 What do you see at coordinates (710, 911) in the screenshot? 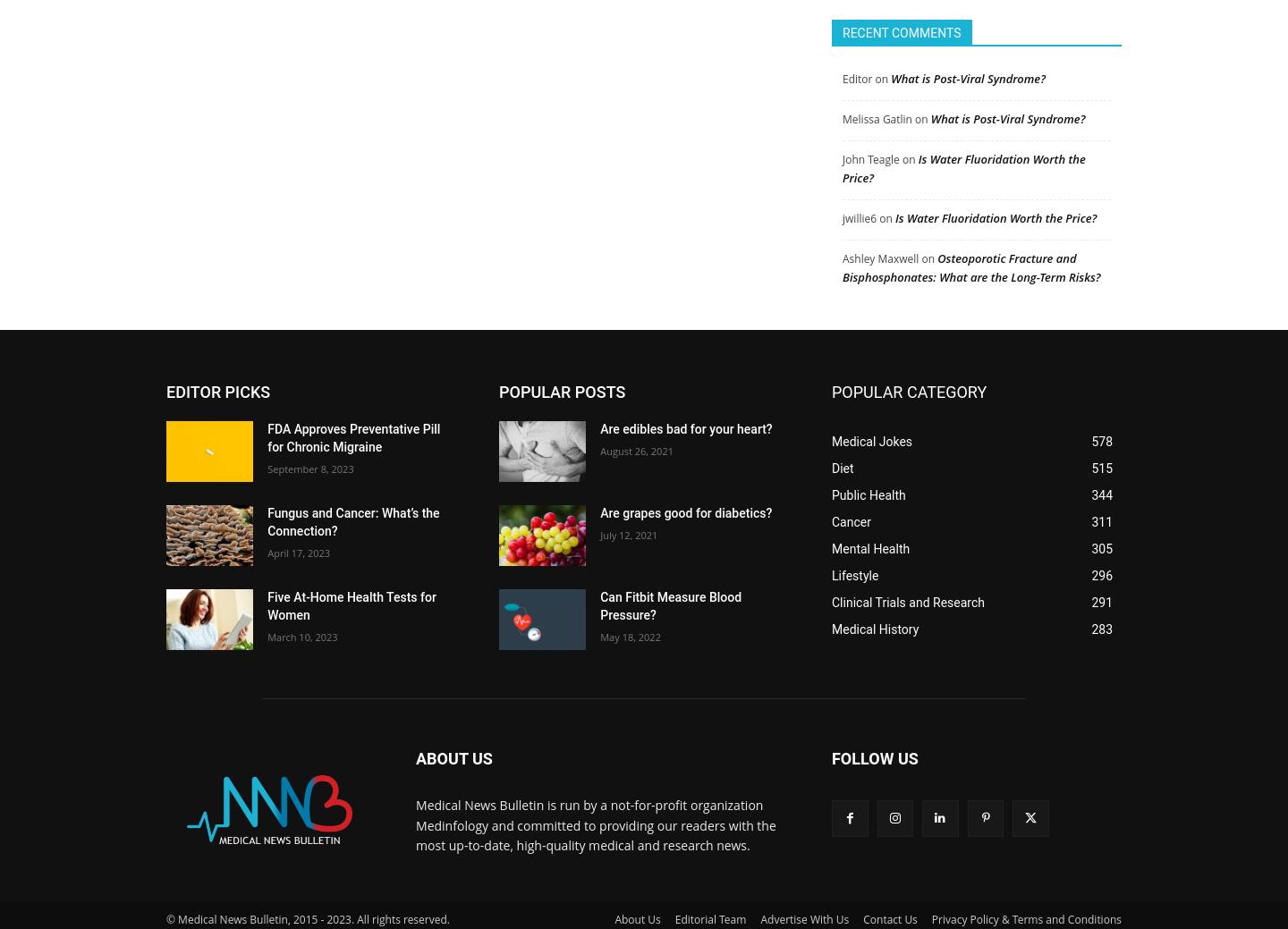
I see `'Editorial Team'` at bounding box center [710, 911].